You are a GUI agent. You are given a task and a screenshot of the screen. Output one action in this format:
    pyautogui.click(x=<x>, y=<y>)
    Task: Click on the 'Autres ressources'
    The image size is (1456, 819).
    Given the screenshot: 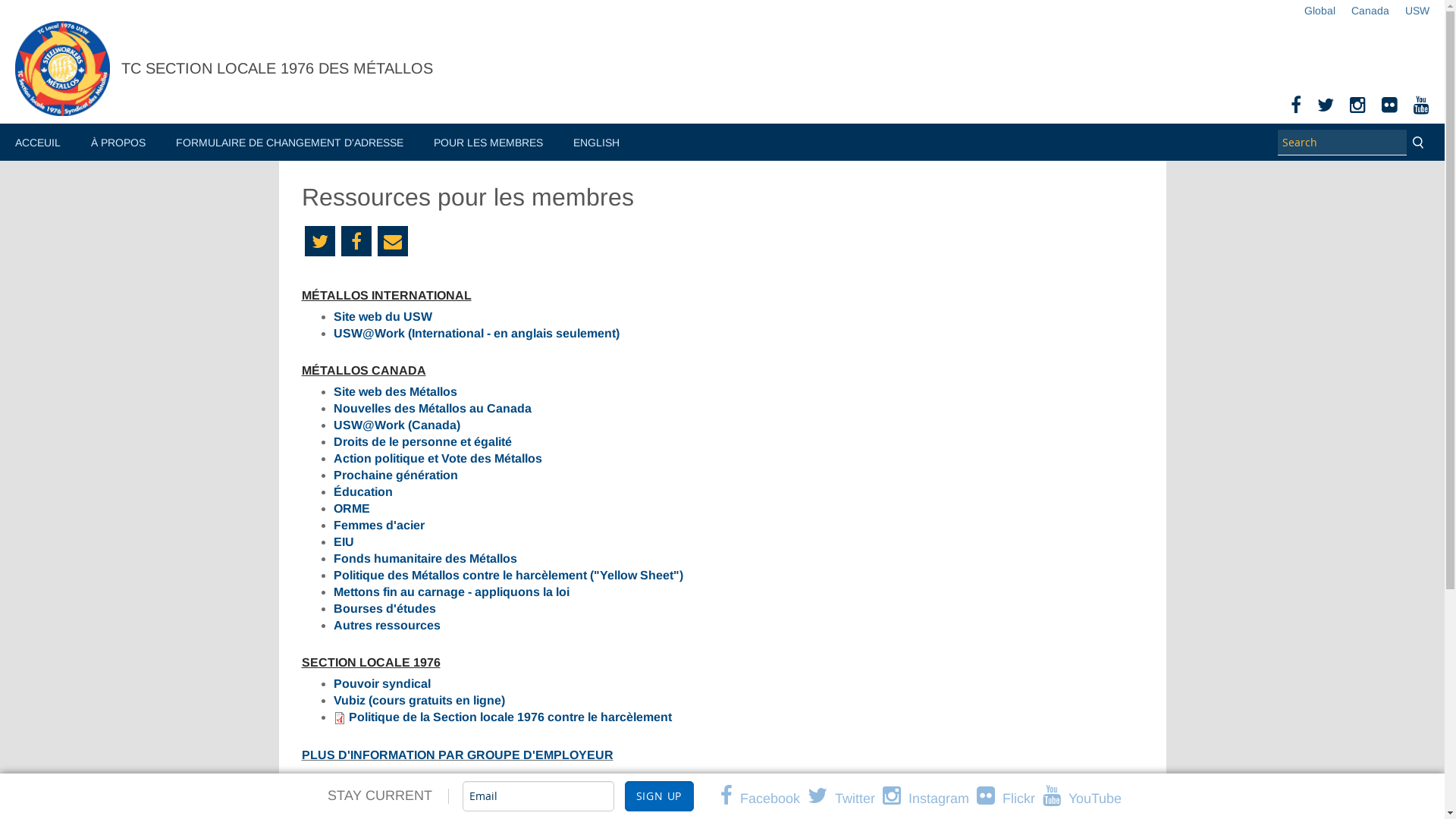 What is the action you would take?
    pyautogui.click(x=333, y=625)
    